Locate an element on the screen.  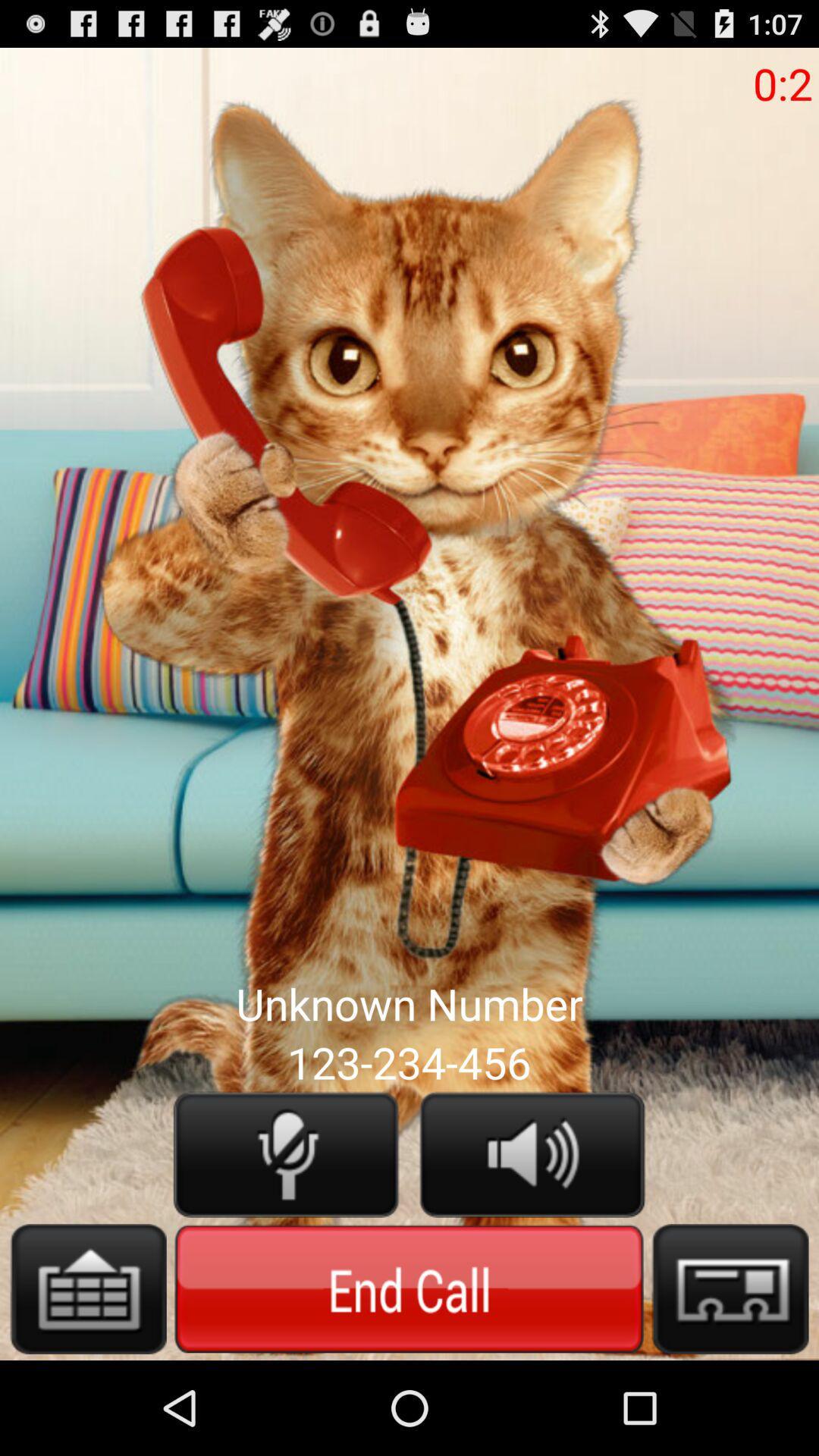
volume button is located at coordinates (532, 1153).